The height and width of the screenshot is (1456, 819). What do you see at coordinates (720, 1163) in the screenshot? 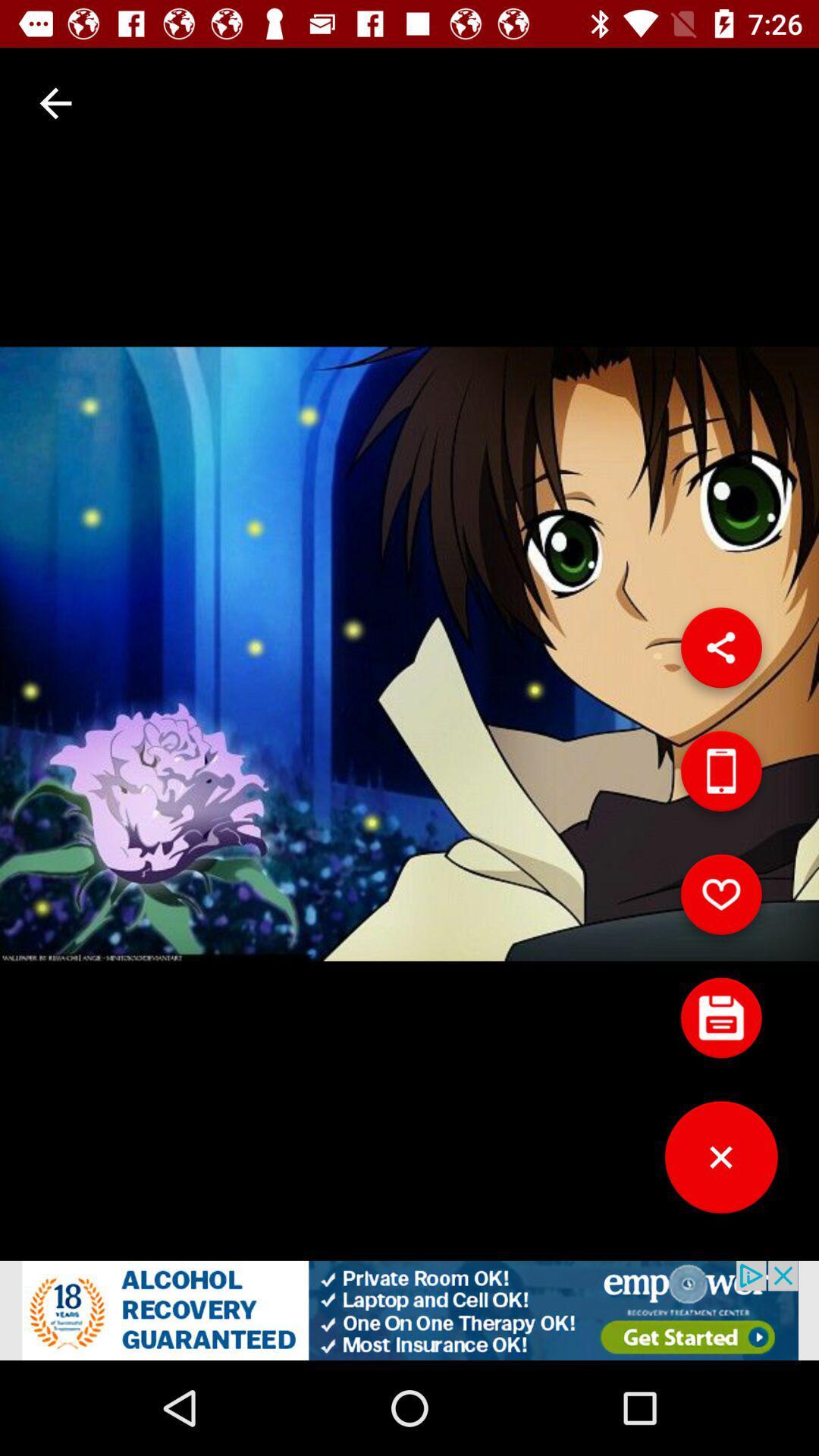
I see `close` at bounding box center [720, 1163].